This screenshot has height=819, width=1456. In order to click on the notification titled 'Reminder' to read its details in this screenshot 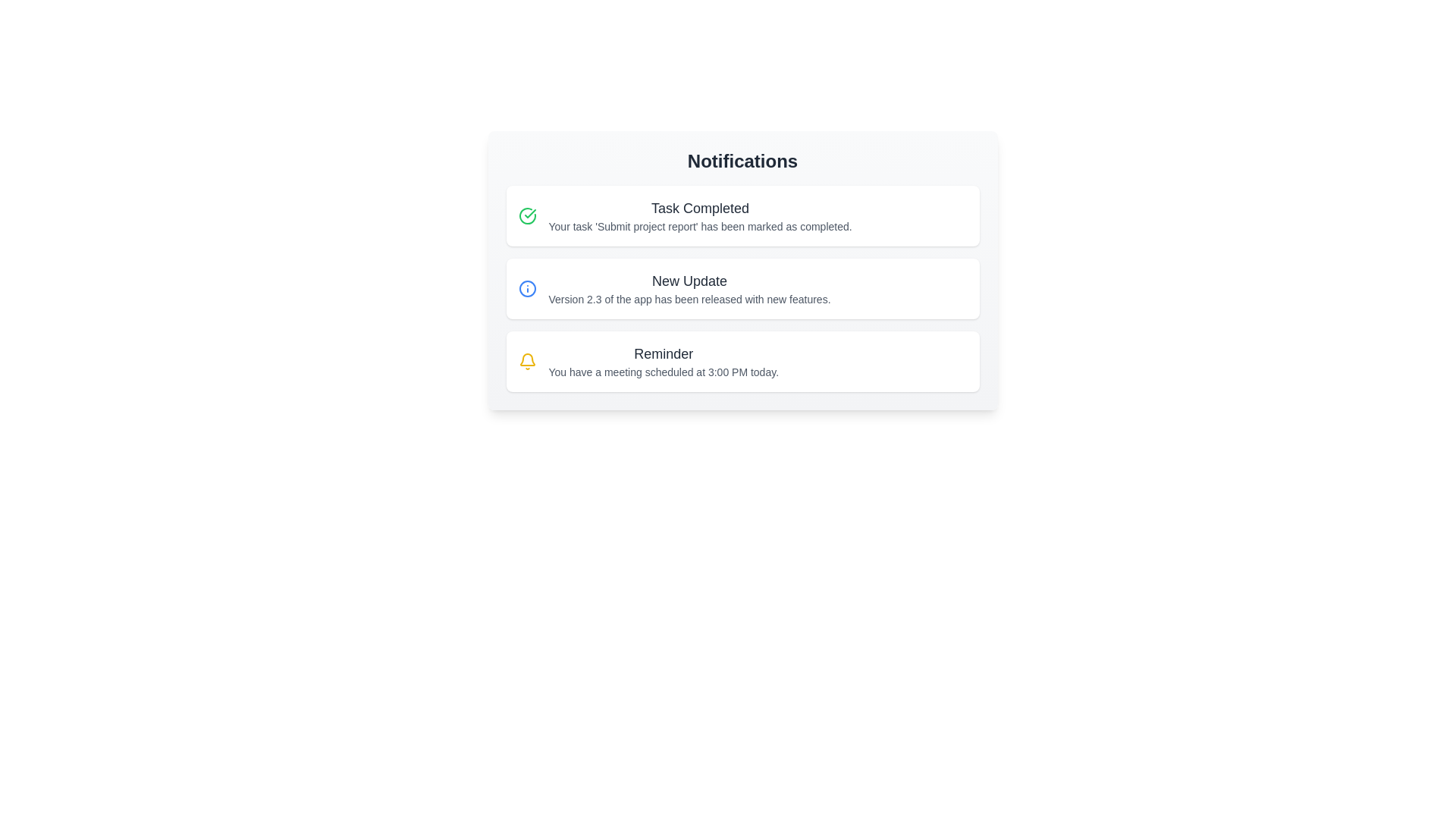, I will do `click(742, 362)`.